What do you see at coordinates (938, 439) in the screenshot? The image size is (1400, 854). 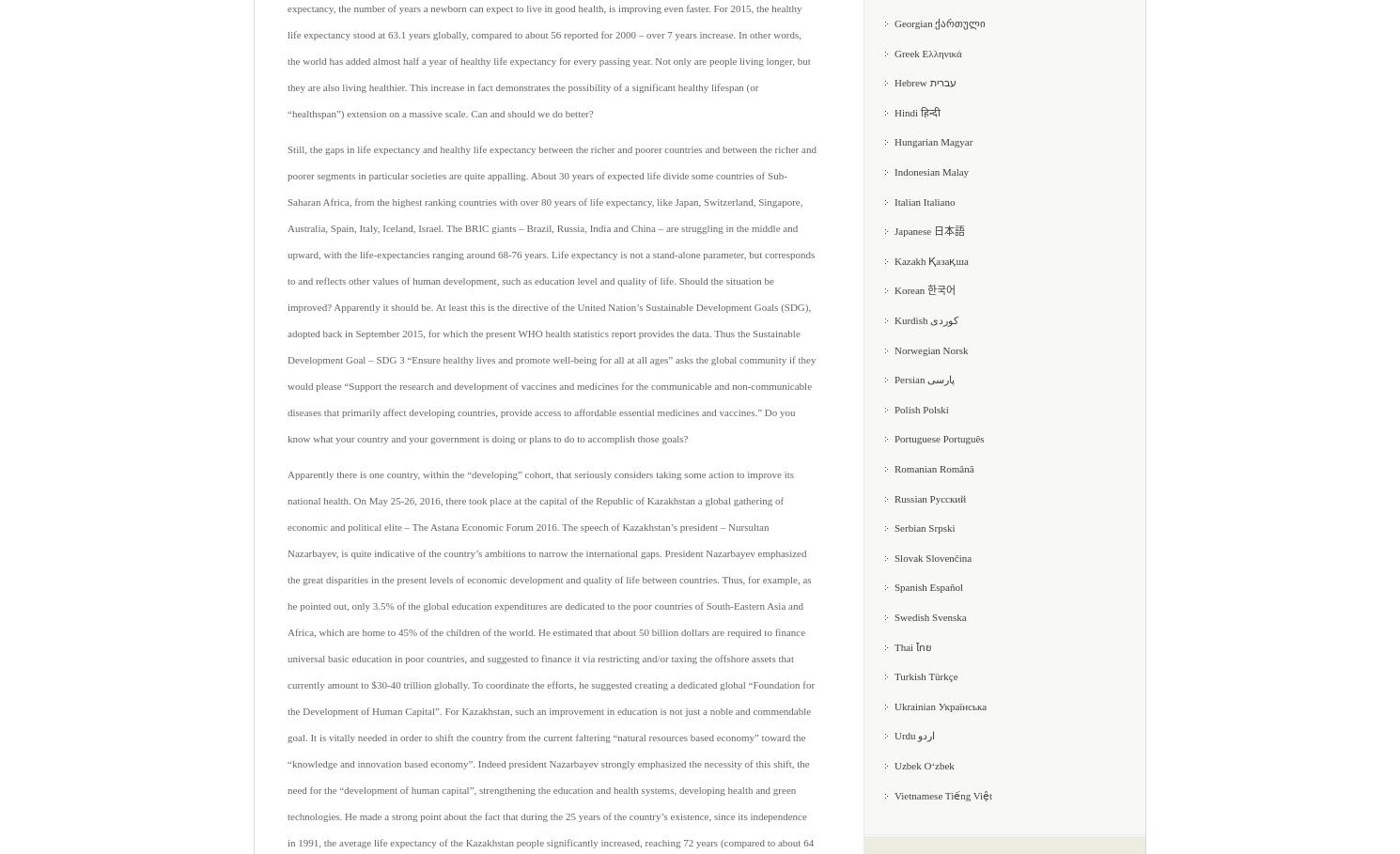 I see `'Portuguese Português'` at bounding box center [938, 439].